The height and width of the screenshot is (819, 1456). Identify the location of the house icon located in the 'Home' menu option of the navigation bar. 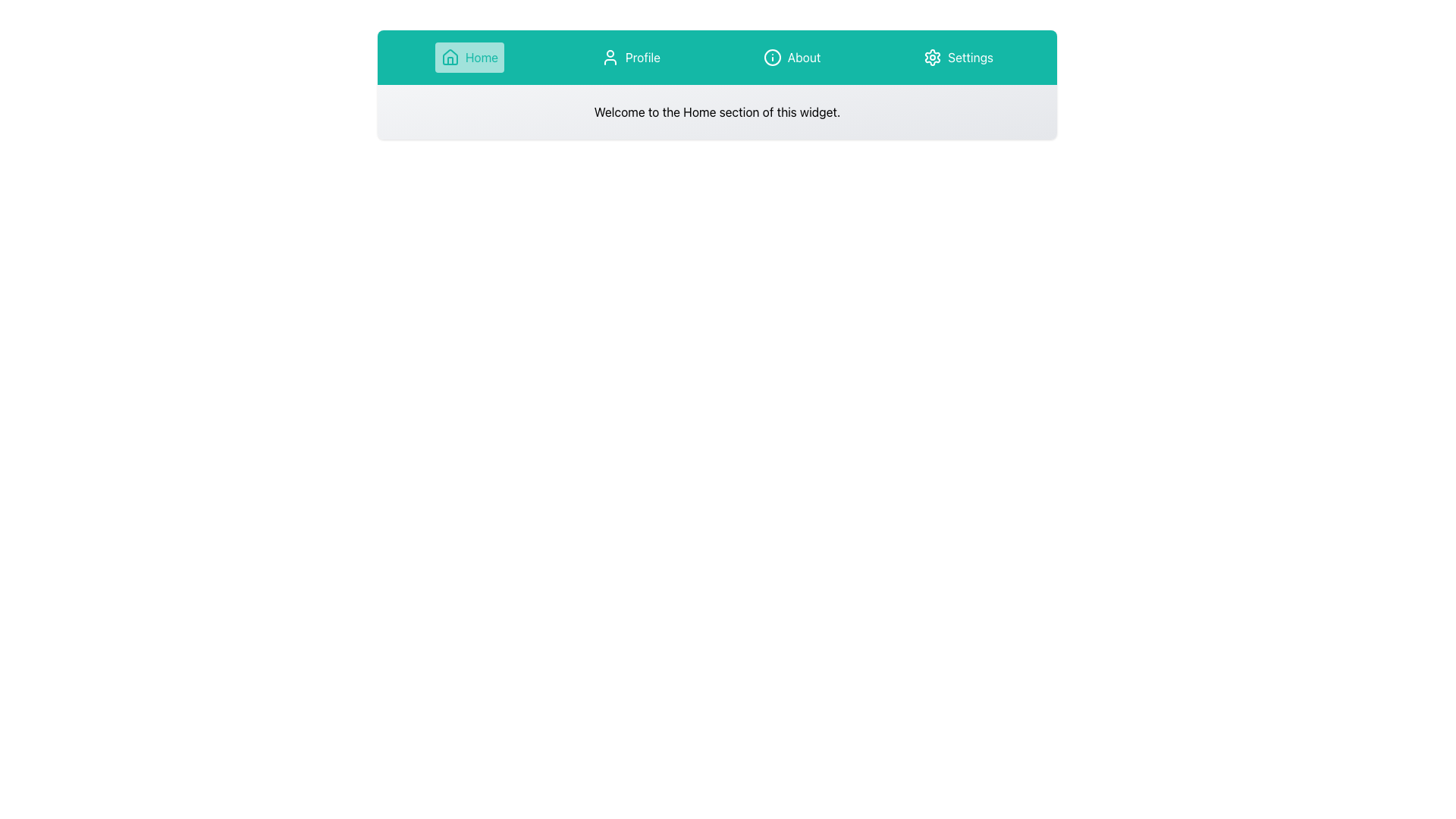
(449, 56).